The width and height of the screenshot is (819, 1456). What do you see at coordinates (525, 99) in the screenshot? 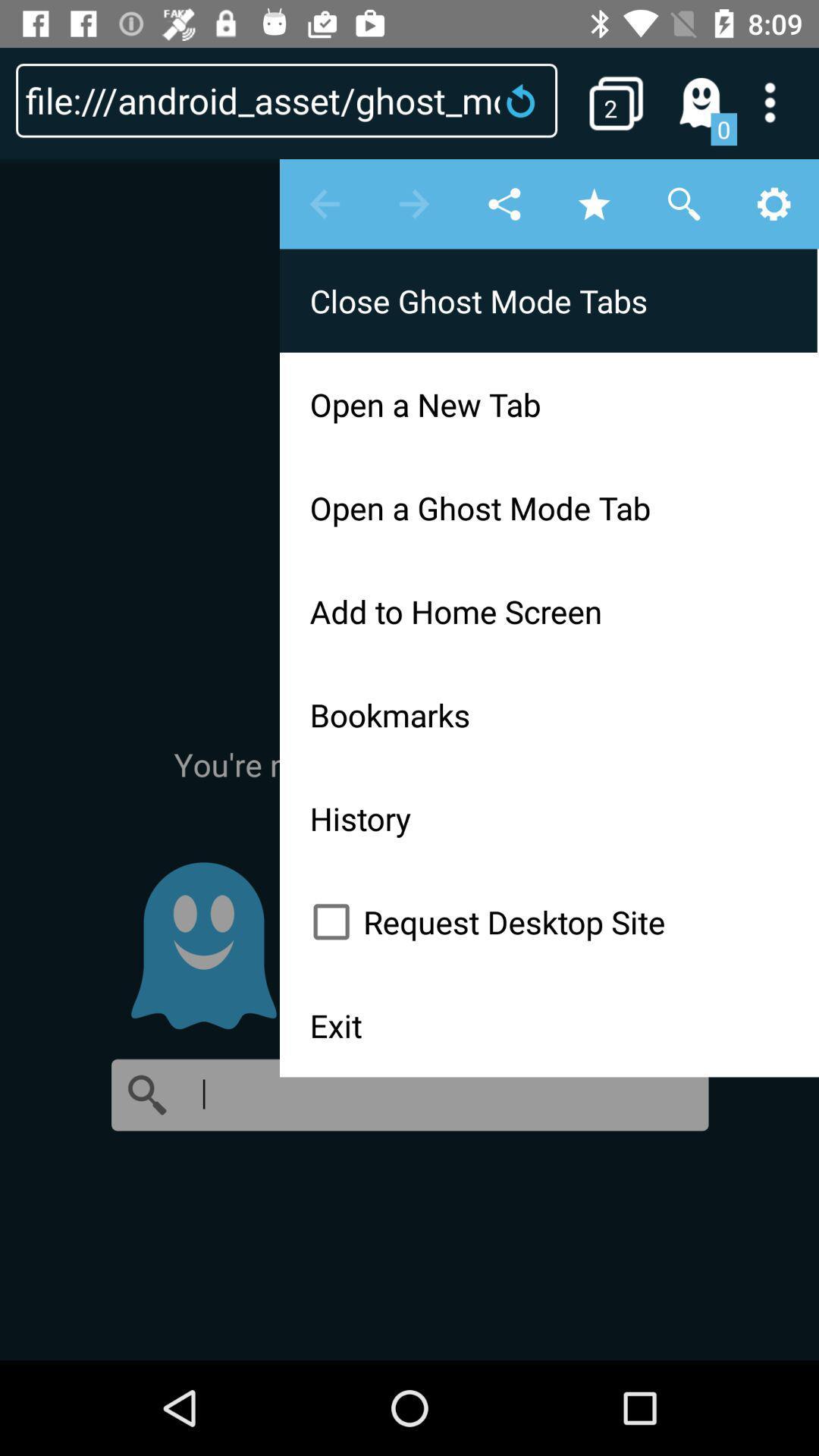
I see `reload page` at bounding box center [525, 99].